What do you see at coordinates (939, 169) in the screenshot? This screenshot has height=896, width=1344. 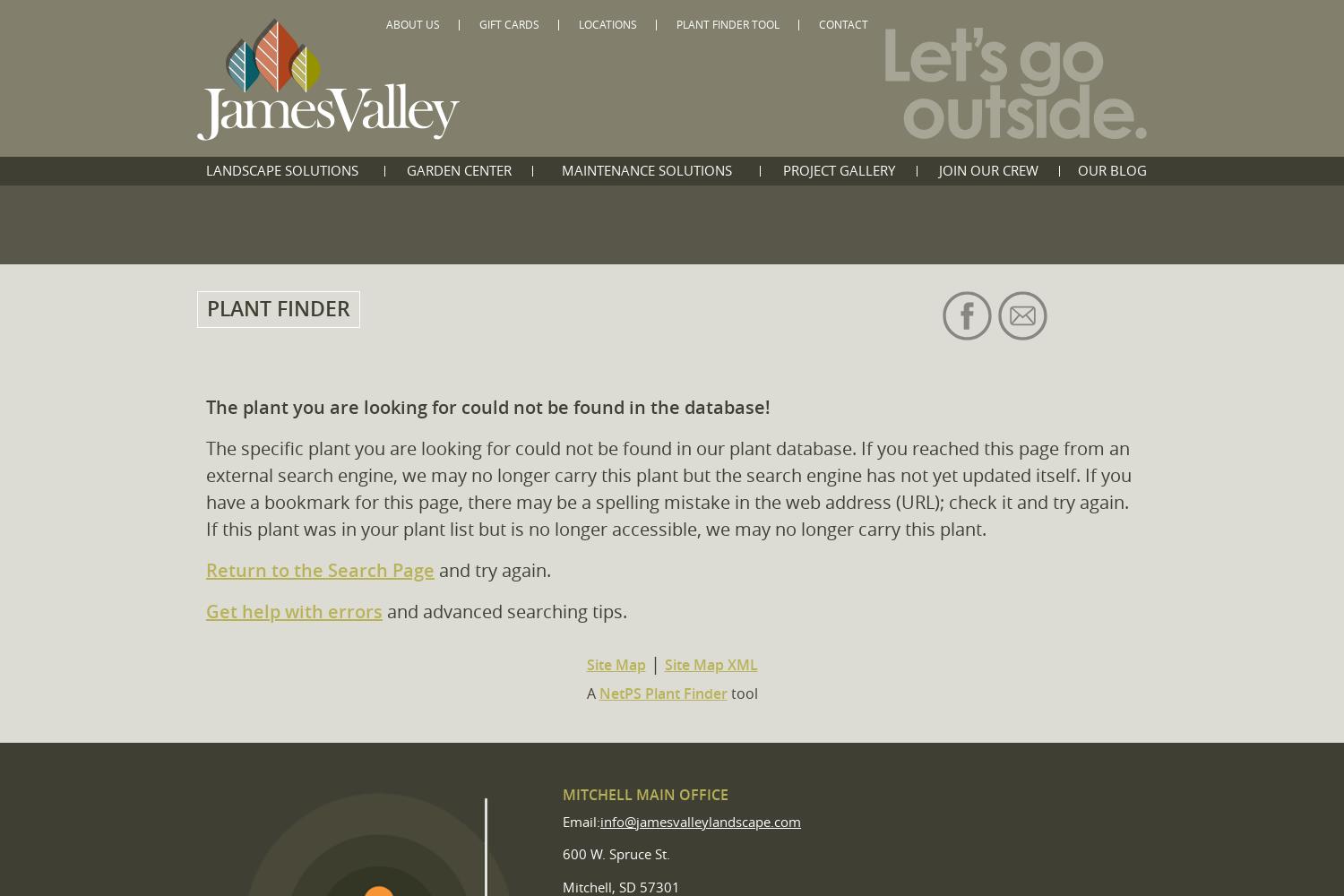 I see `'Join Our Crew'` at bounding box center [939, 169].